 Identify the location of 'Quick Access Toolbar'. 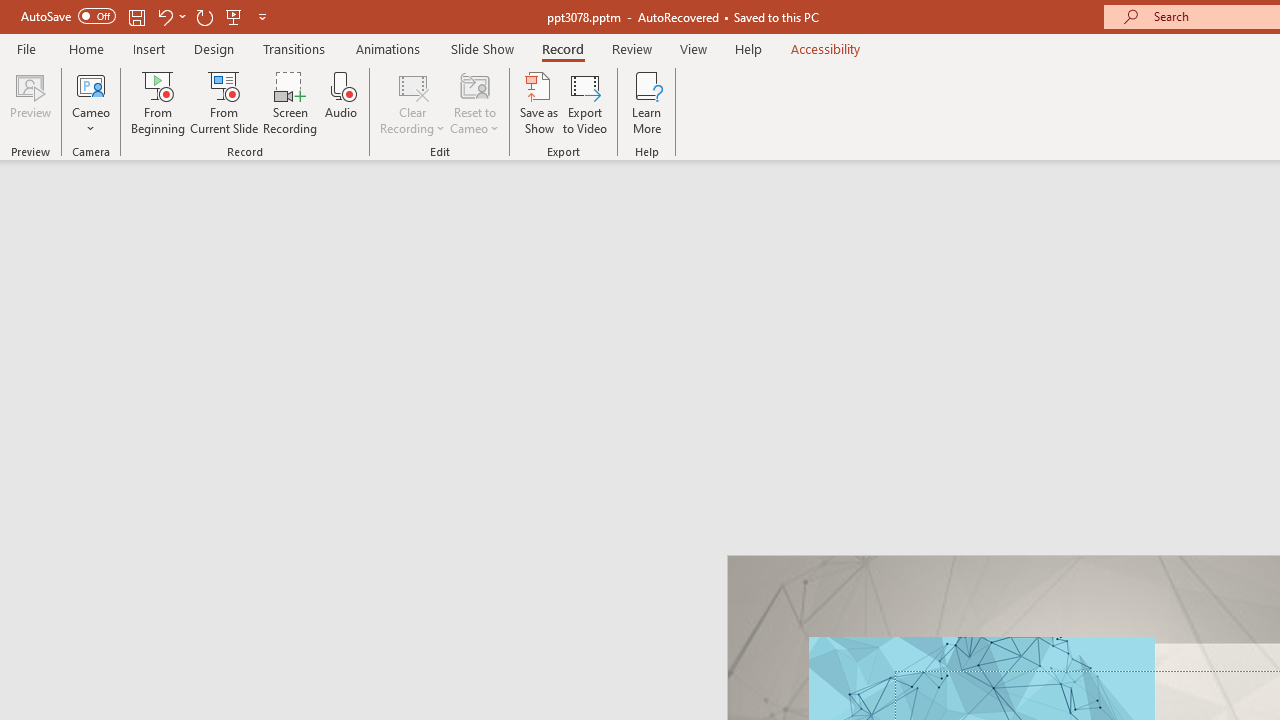
(144, 16).